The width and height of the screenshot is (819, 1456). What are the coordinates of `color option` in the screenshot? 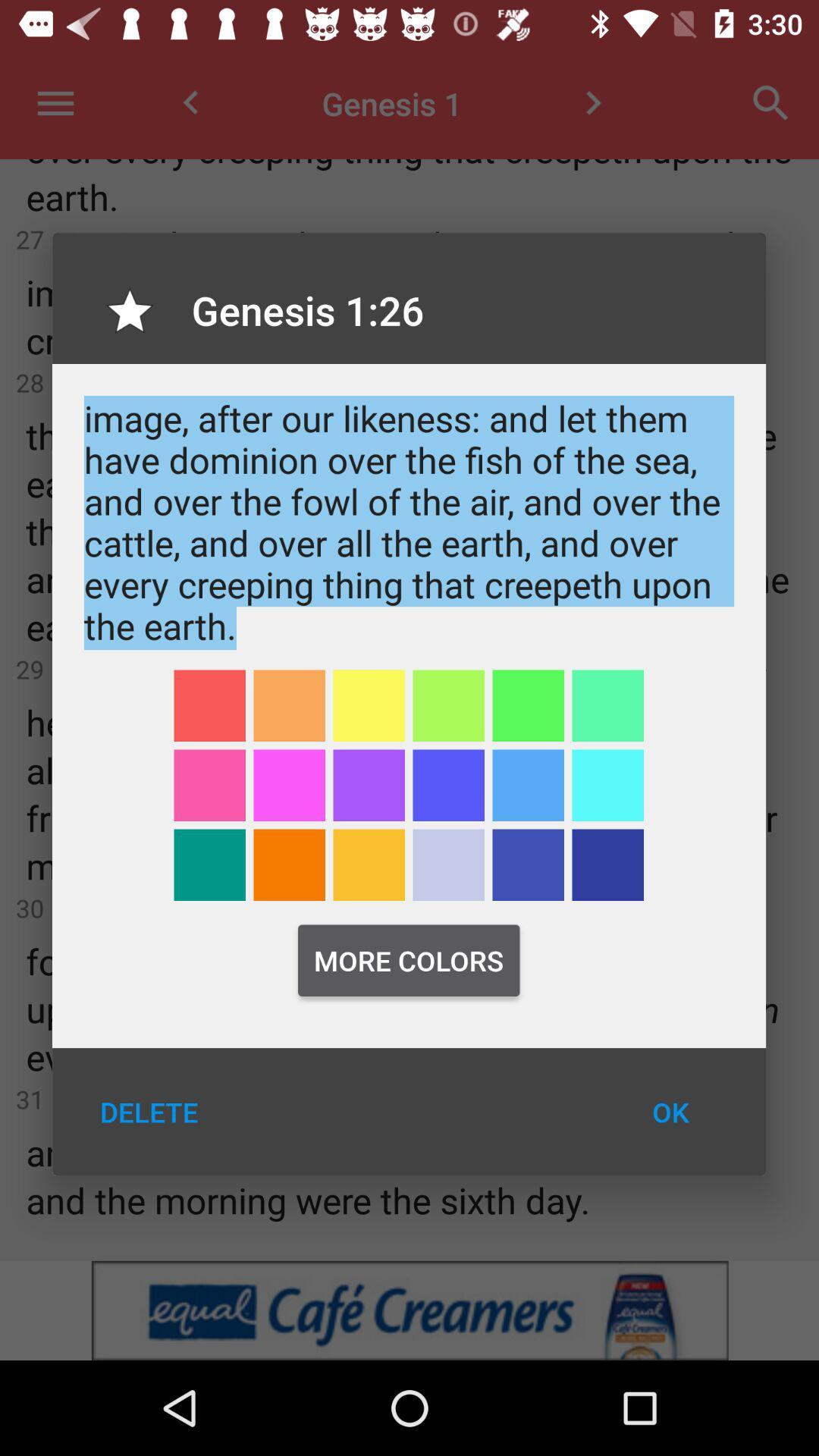 It's located at (607, 864).